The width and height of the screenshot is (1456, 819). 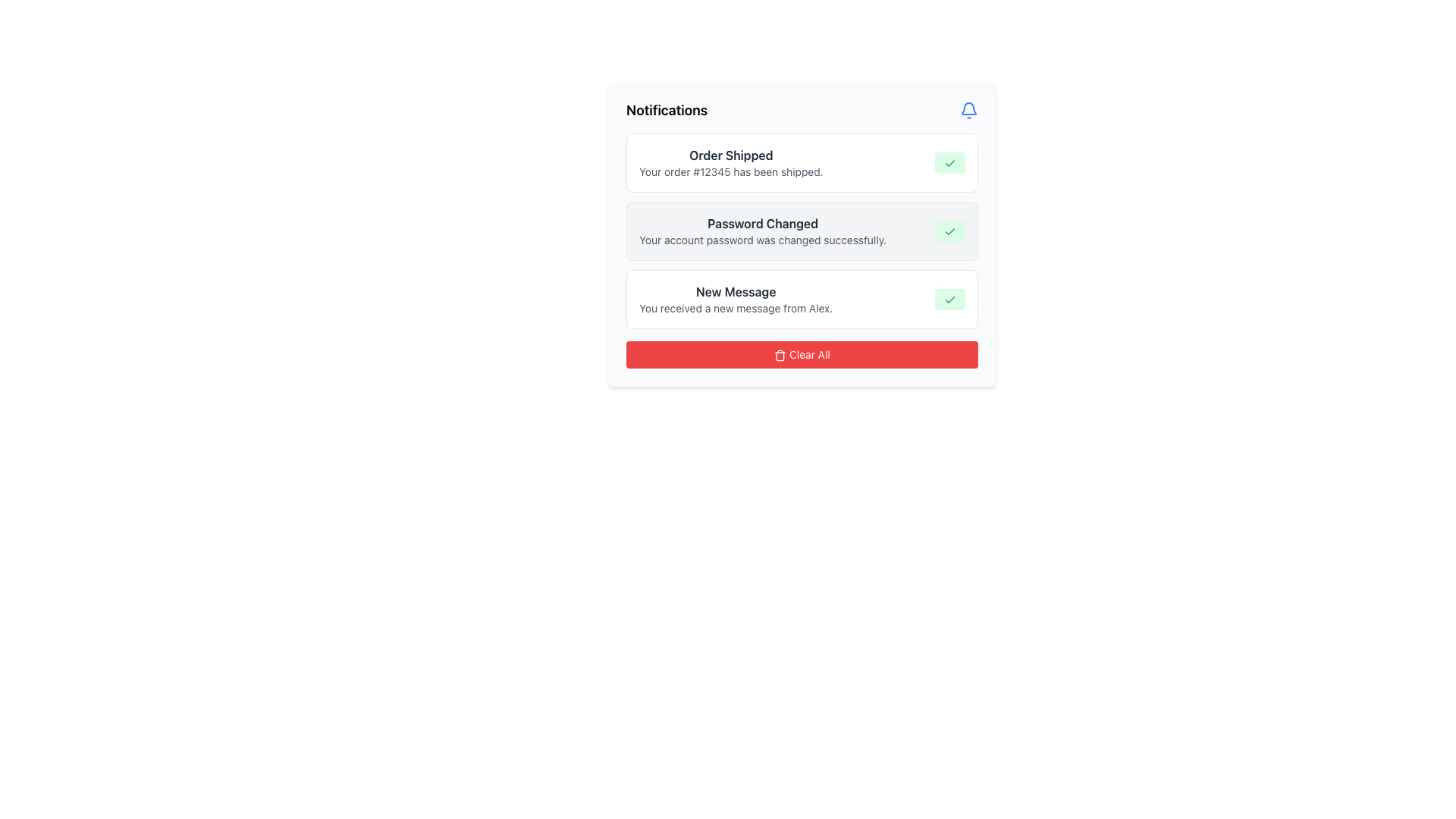 I want to click on the notifications bell icon located in the top-right corner of the Notifications section, so click(x=968, y=110).